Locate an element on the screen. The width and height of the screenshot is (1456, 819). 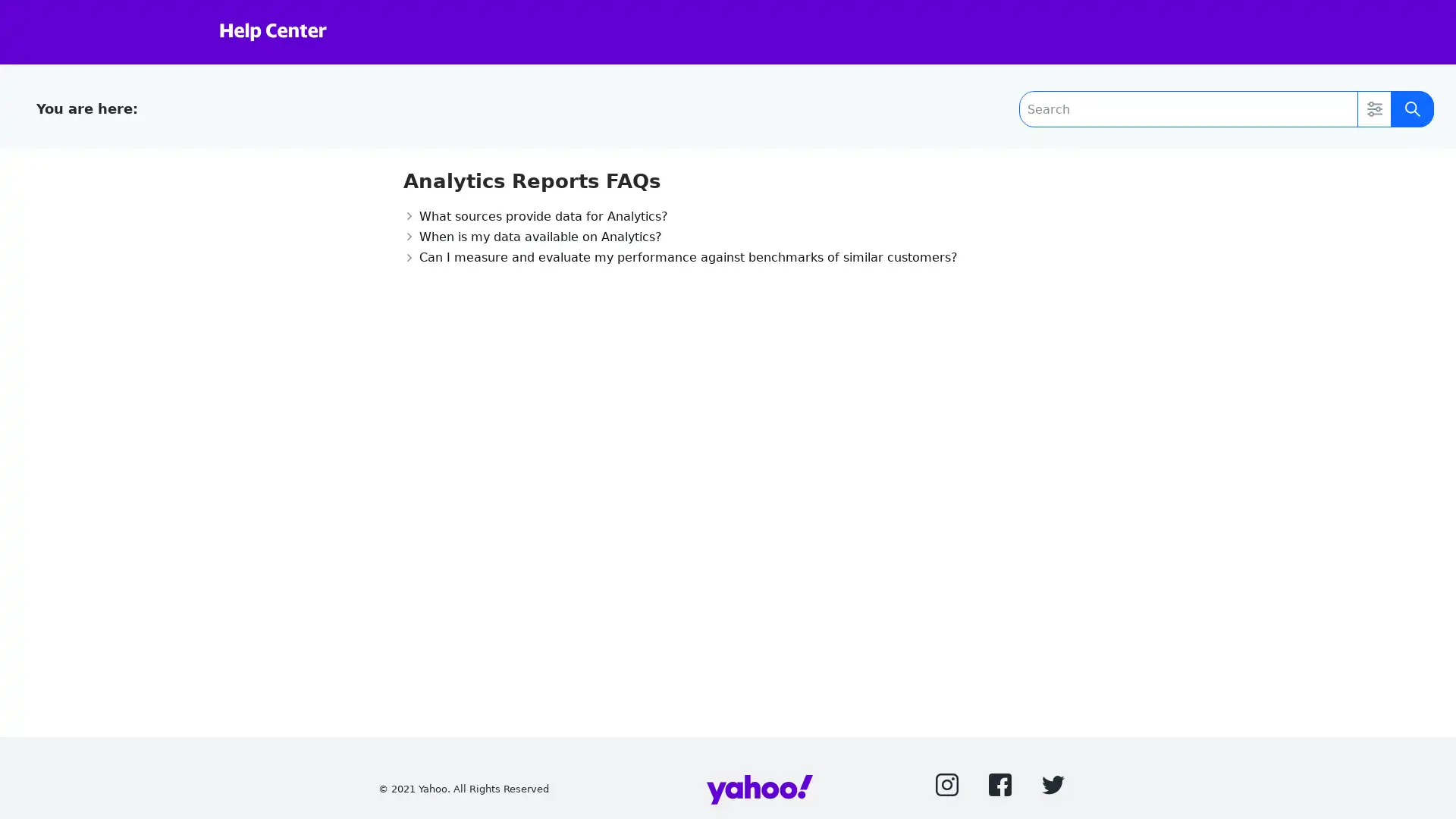
Submit Search is located at coordinates (1411, 108).